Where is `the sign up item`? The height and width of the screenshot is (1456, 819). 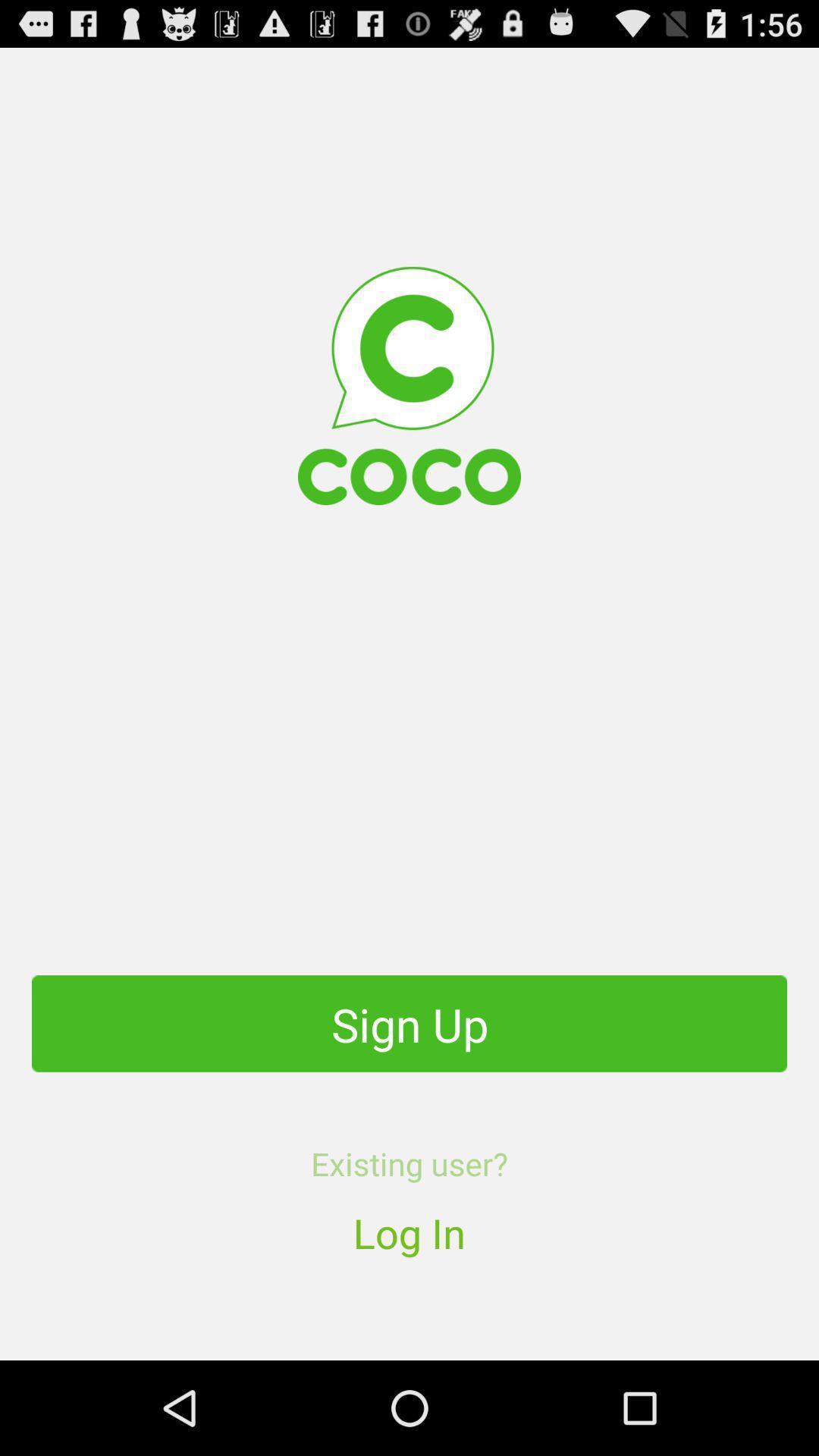
the sign up item is located at coordinates (409, 1023).